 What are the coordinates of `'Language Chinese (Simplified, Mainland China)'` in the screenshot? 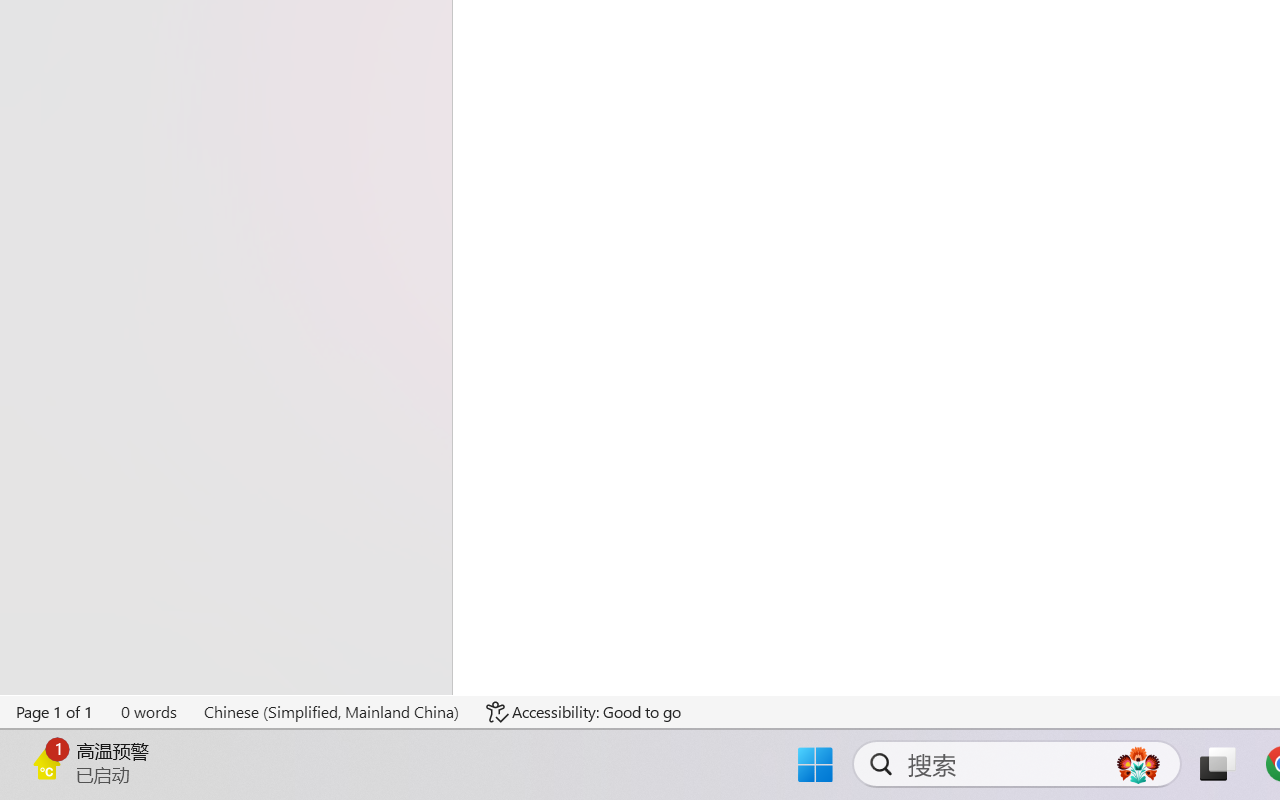 It's located at (331, 711).